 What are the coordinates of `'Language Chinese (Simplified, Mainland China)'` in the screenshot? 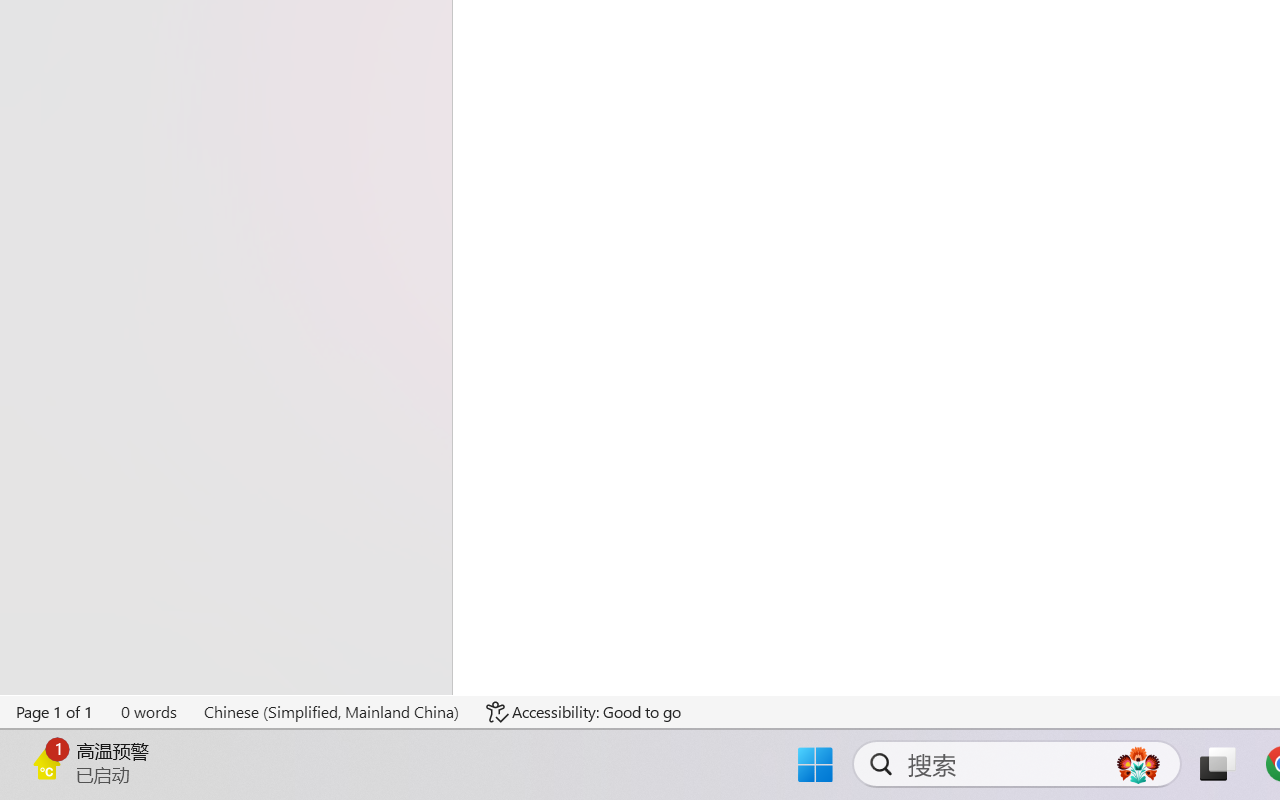 It's located at (331, 711).